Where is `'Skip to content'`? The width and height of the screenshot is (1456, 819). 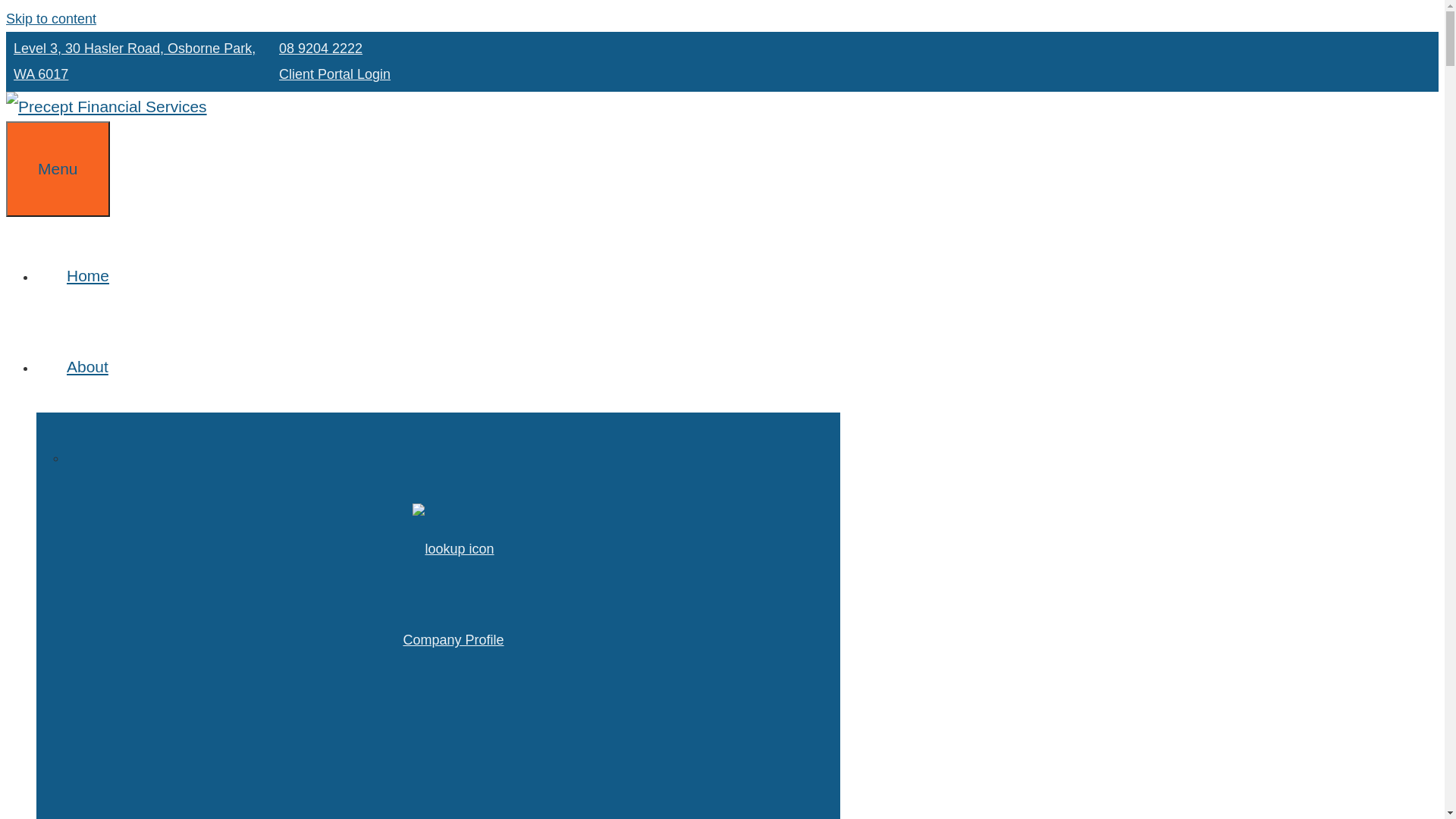
'Skip to content' is located at coordinates (51, 18).